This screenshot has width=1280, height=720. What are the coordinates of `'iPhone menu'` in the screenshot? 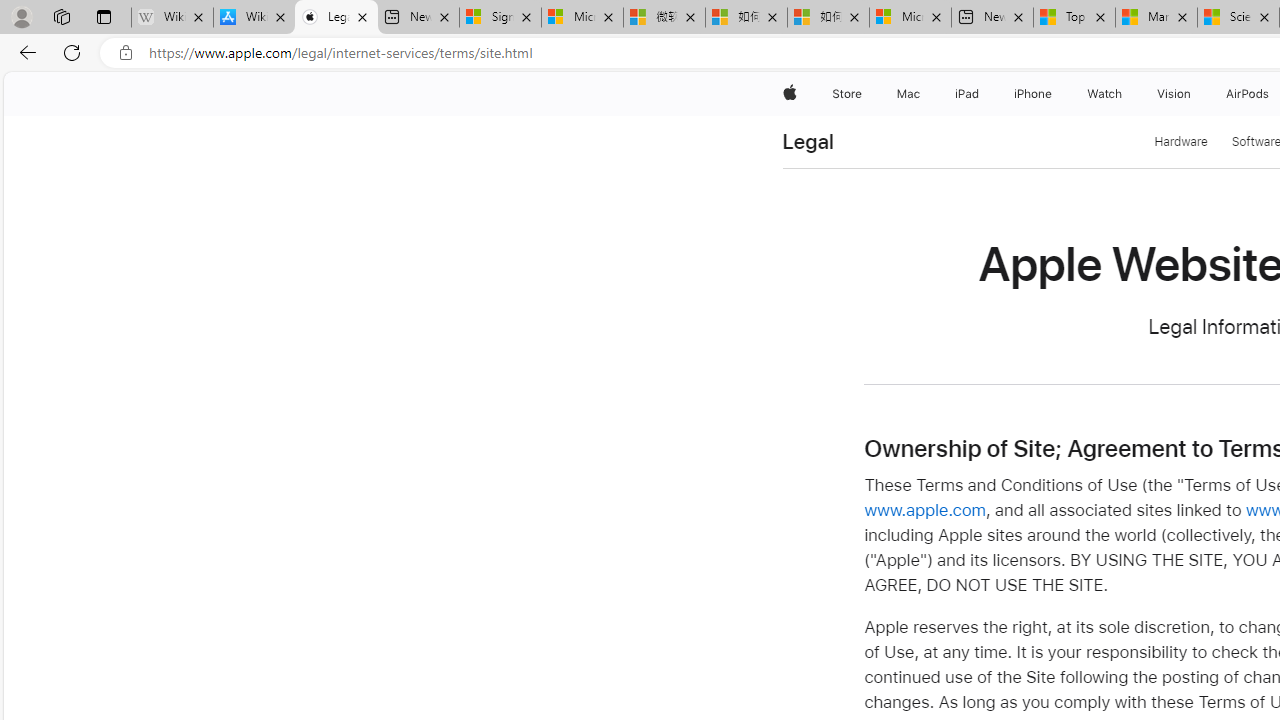 It's located at (1055, 93).